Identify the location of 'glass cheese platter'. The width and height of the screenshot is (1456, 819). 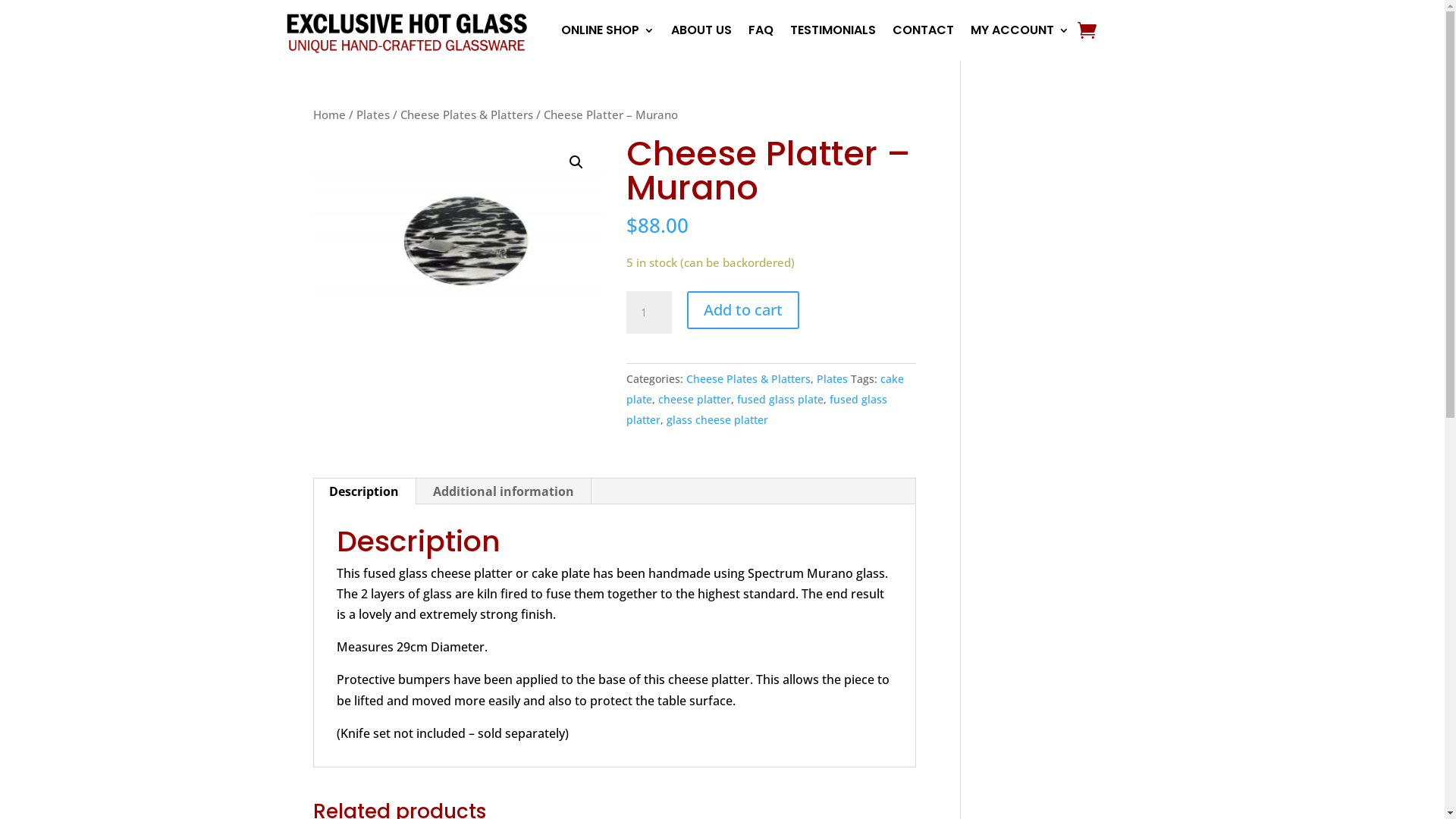
(666, 419).